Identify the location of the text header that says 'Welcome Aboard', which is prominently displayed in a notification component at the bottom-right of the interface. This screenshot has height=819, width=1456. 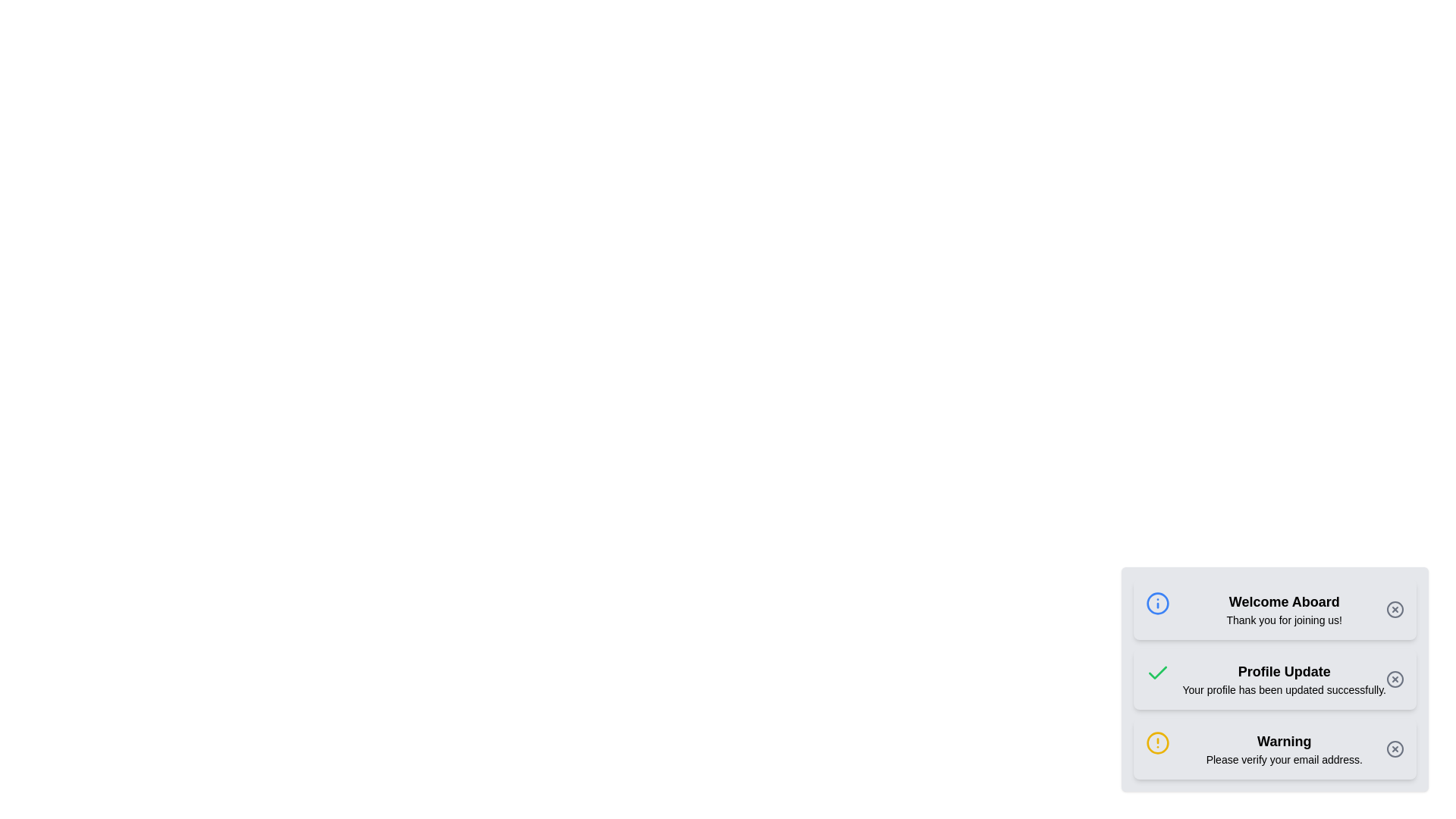
(1283, 601).